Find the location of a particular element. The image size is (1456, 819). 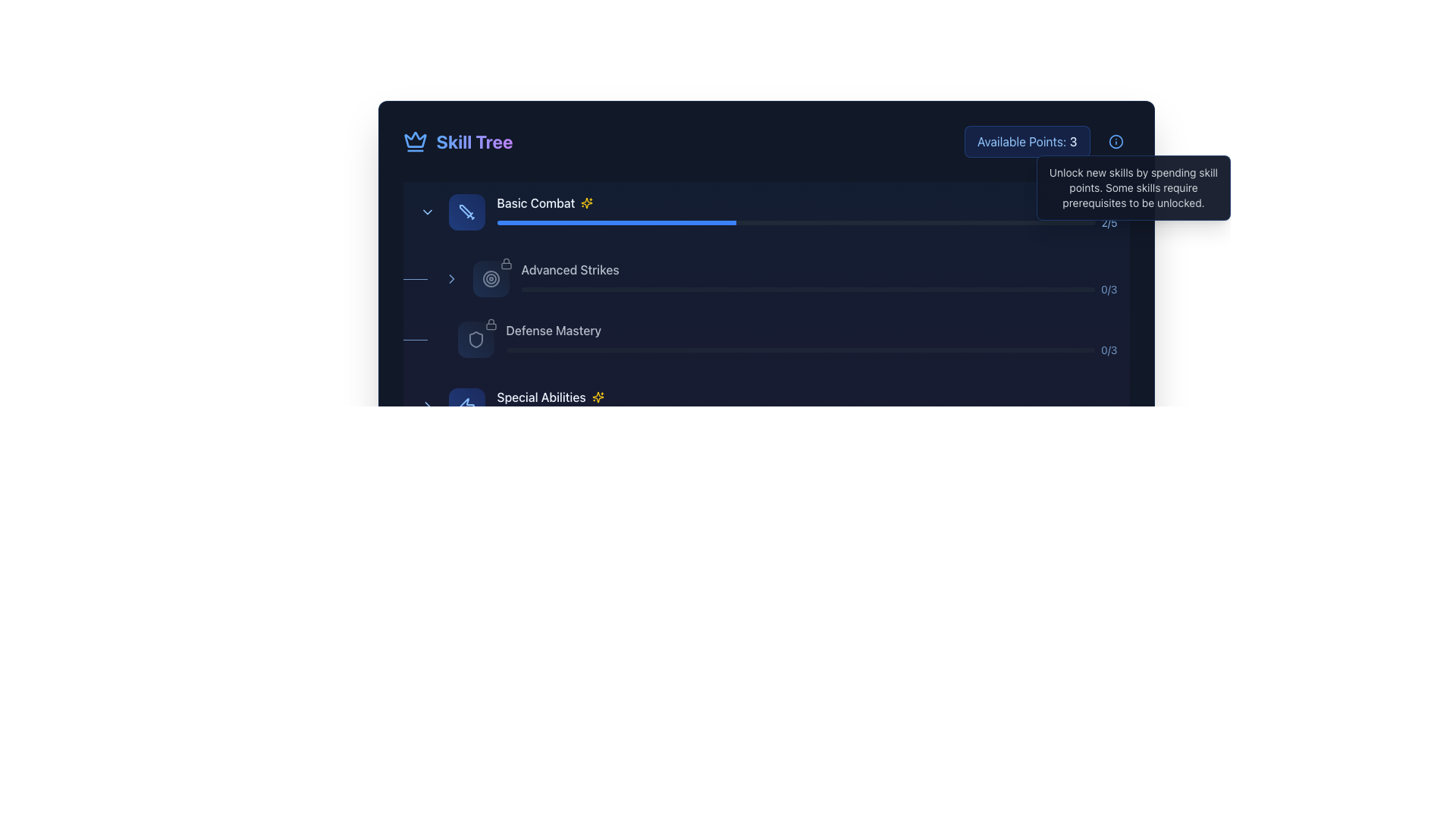

the circular blue icon with an 'i' symbol is located at coordinates (1116, 141).